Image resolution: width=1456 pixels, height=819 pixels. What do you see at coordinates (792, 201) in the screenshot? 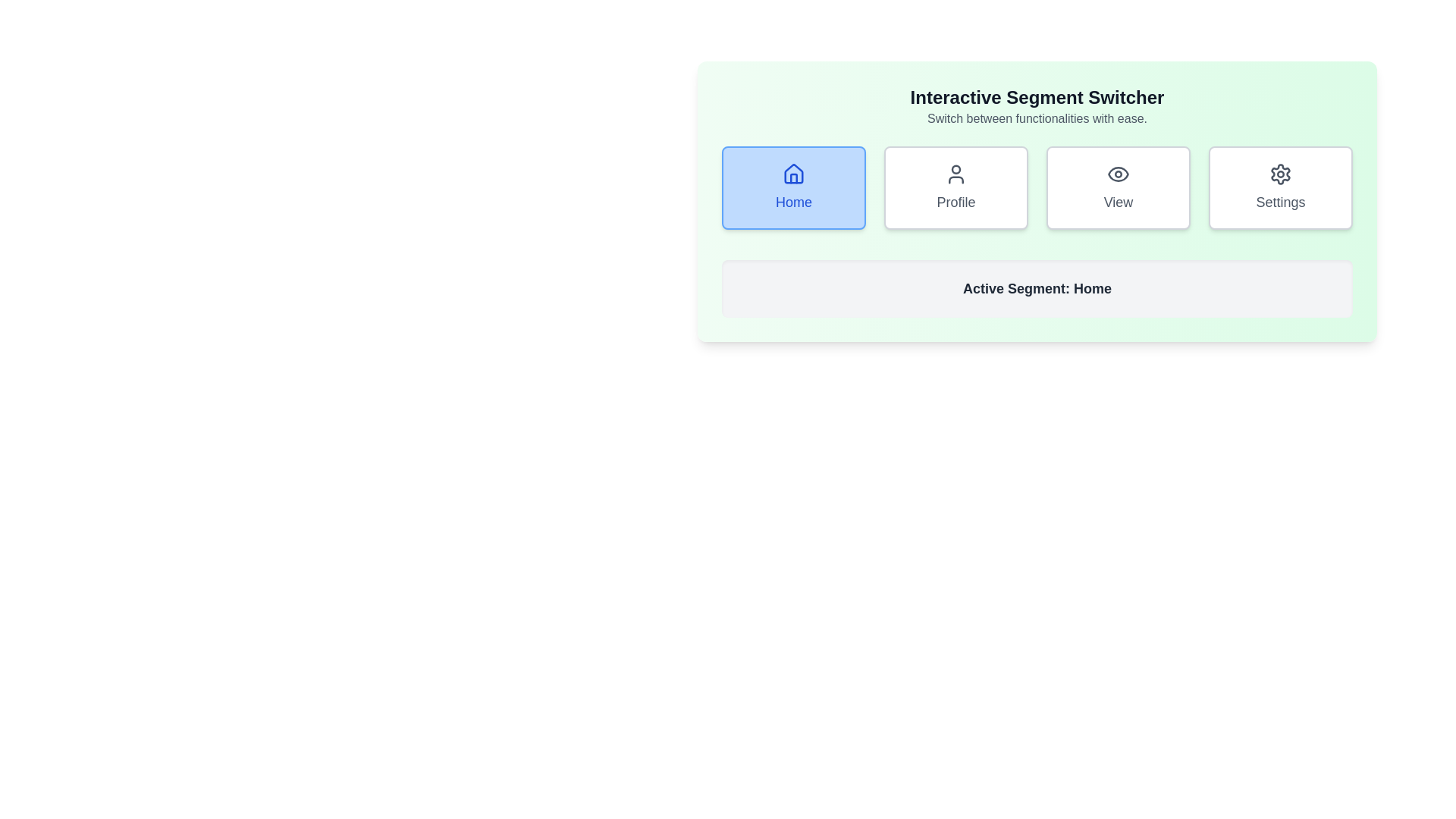
I see `the button containing the 'Home' text label, which is styled with blue font and located in the top-left of the interface below a house icon` at bounding box center [792, 201].